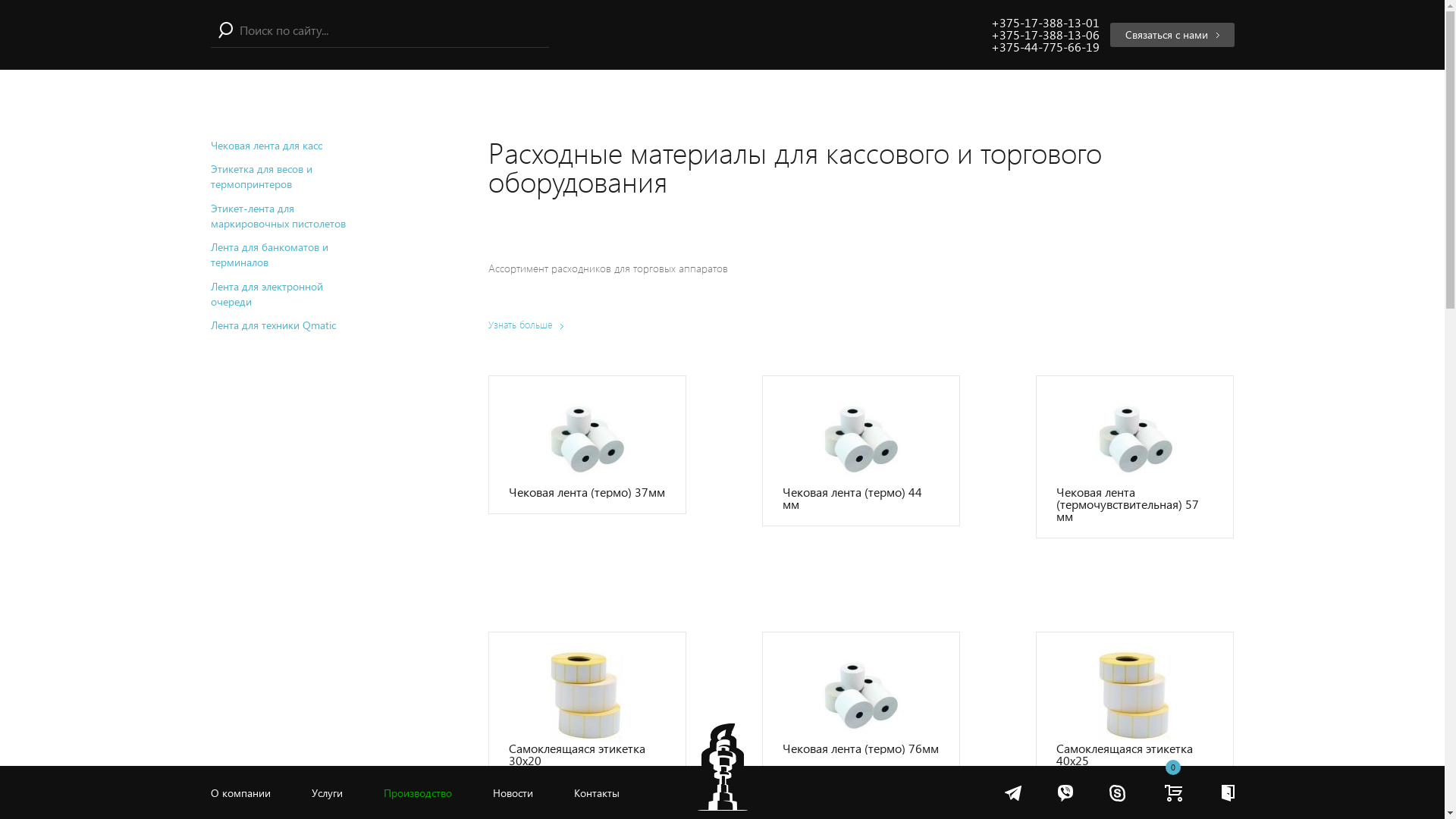 The height and width of the screenshot is (819, 1456). Describe the element at coordinates (1172, 792) in the screenshot. I see `'0'` at that location.